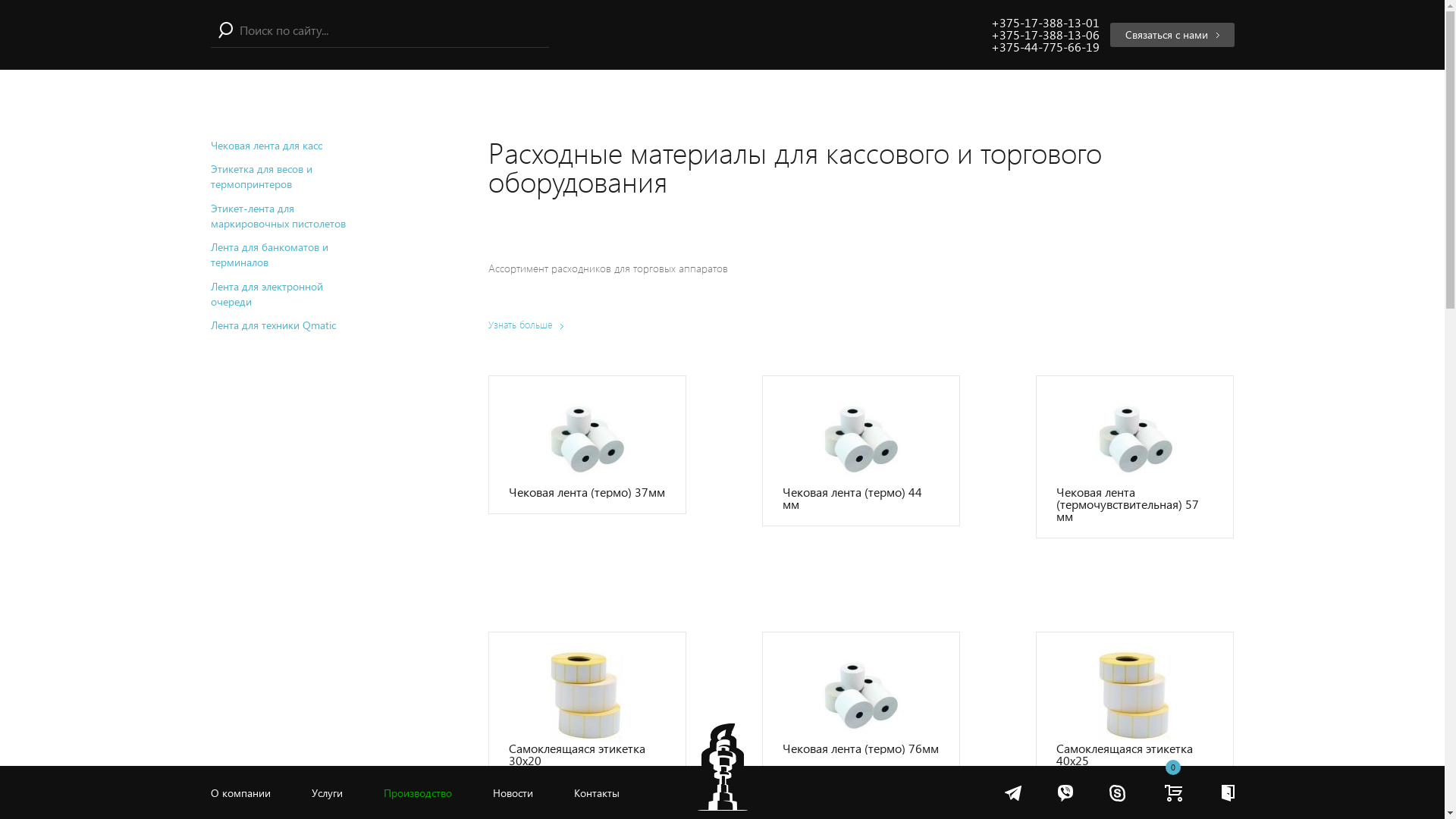 The height and width of the screenshot is (819, 1456). Describe the element at coordinates (1172, 792) in the screenshot. I see `'0'` at that location.